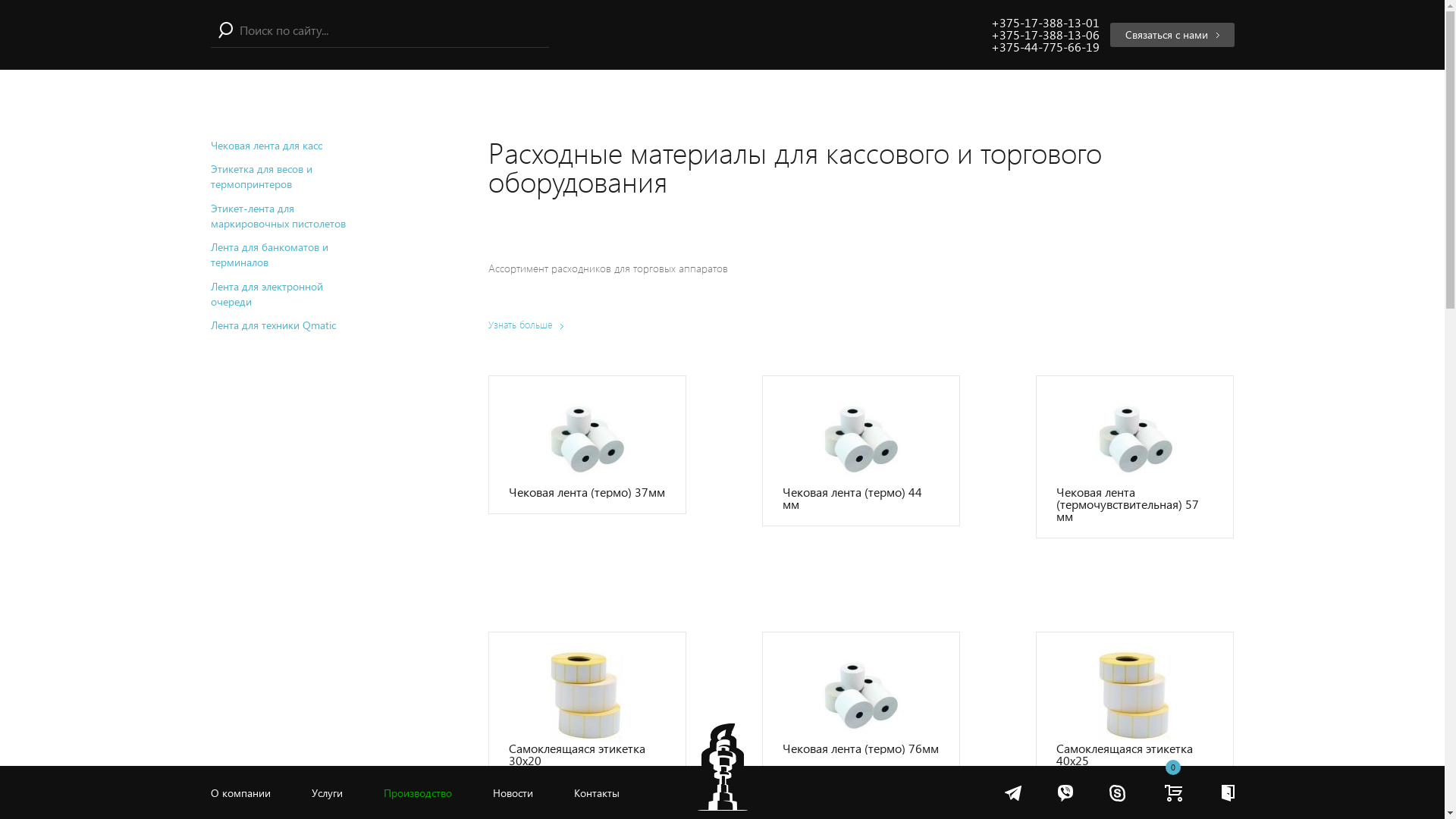 The height and width of the screenshot is (819, 1456). Describe the element at coordinates (1172, 792) in the screenshot. I see `'0'` at that location.